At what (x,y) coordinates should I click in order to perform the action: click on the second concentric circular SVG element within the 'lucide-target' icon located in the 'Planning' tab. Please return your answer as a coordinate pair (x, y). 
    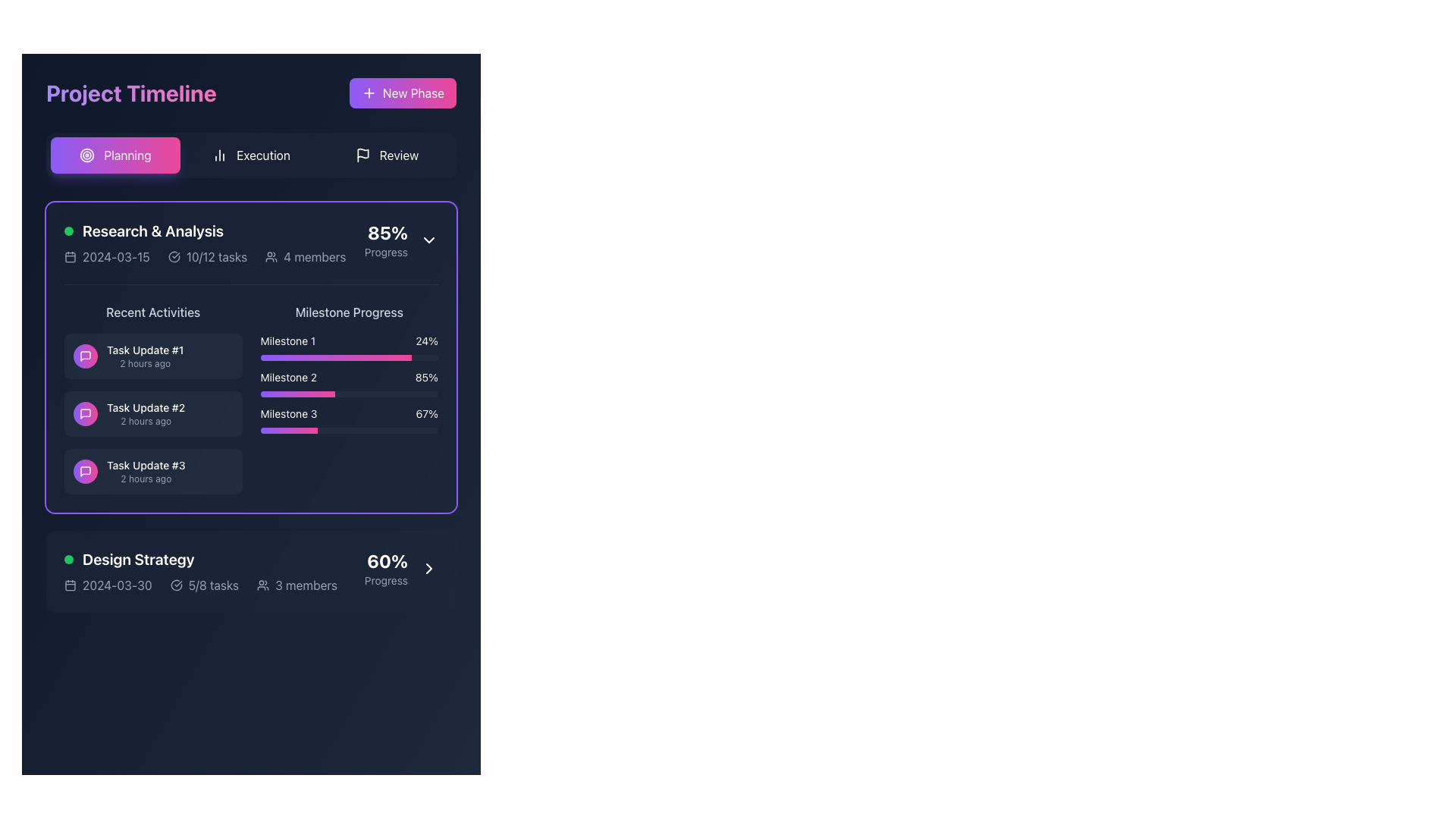
    Looking at the image, I should click on (86, 155).